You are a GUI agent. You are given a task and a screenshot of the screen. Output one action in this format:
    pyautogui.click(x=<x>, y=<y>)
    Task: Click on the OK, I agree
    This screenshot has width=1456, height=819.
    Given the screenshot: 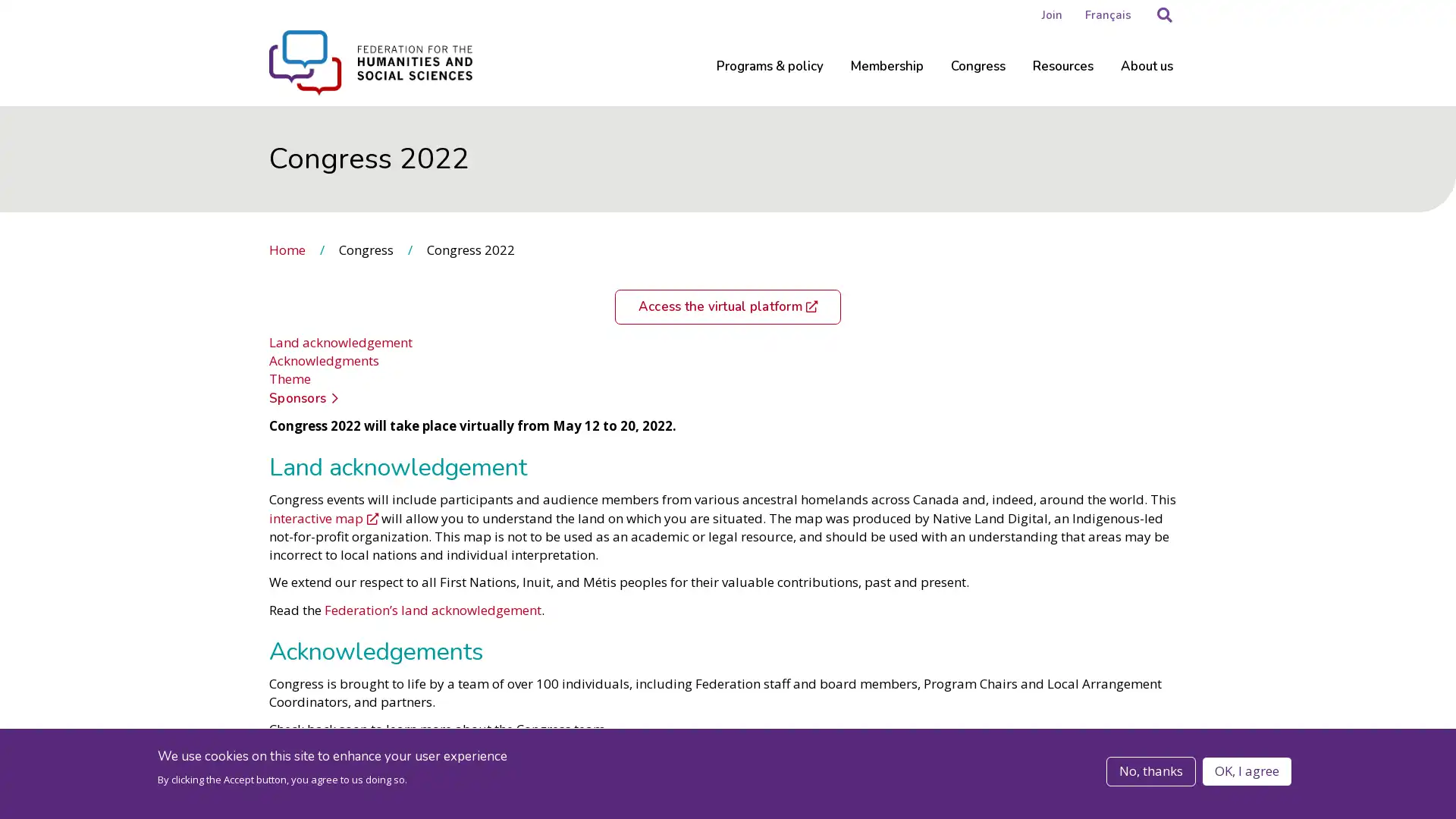 What is the action you would take?
    pyautogui.click(x=1247, y=771)
    